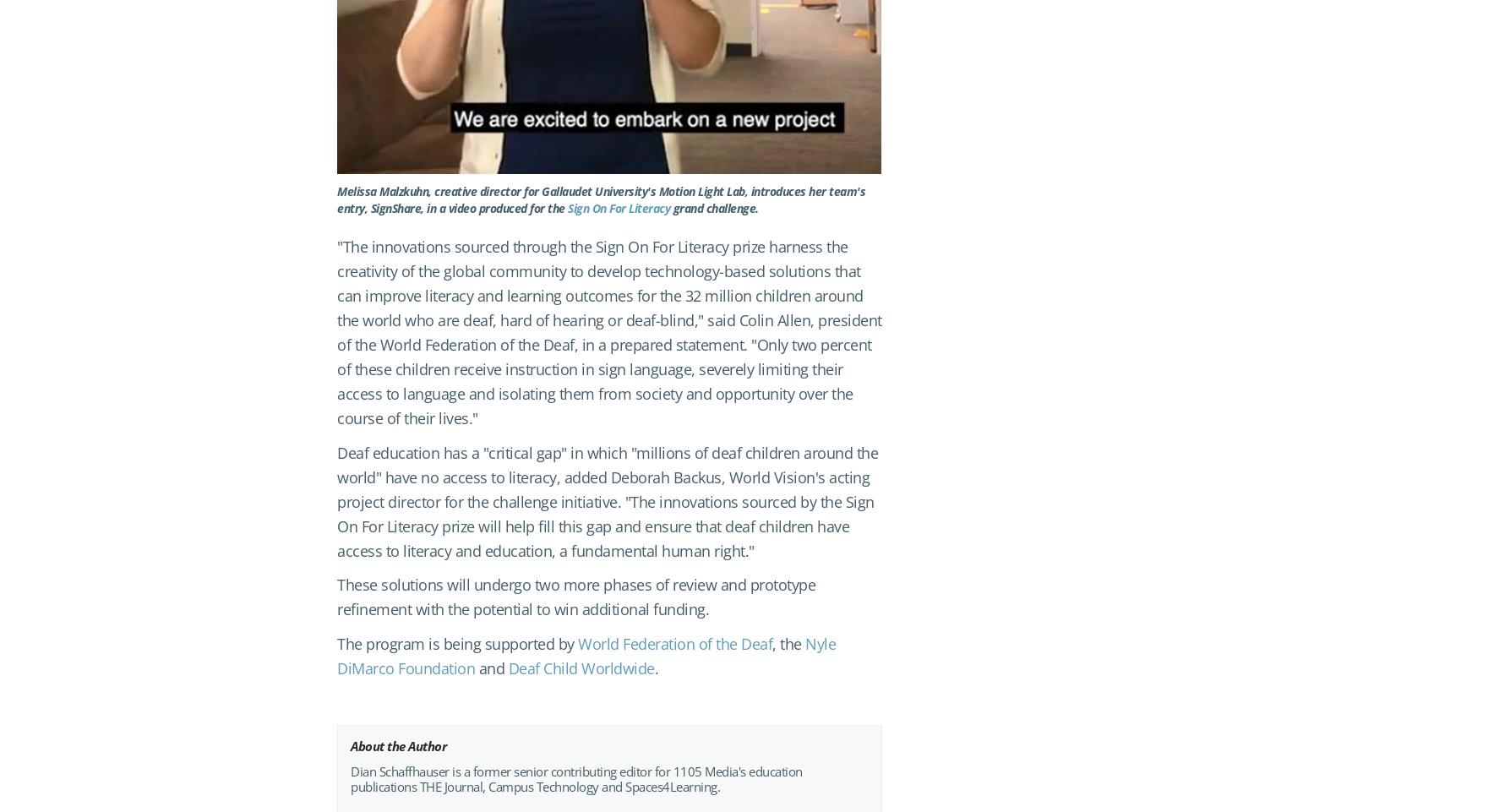 The width and height of the screenshot is (1494, 812). I want to click on 'grand challenge.', so click(713, 206).